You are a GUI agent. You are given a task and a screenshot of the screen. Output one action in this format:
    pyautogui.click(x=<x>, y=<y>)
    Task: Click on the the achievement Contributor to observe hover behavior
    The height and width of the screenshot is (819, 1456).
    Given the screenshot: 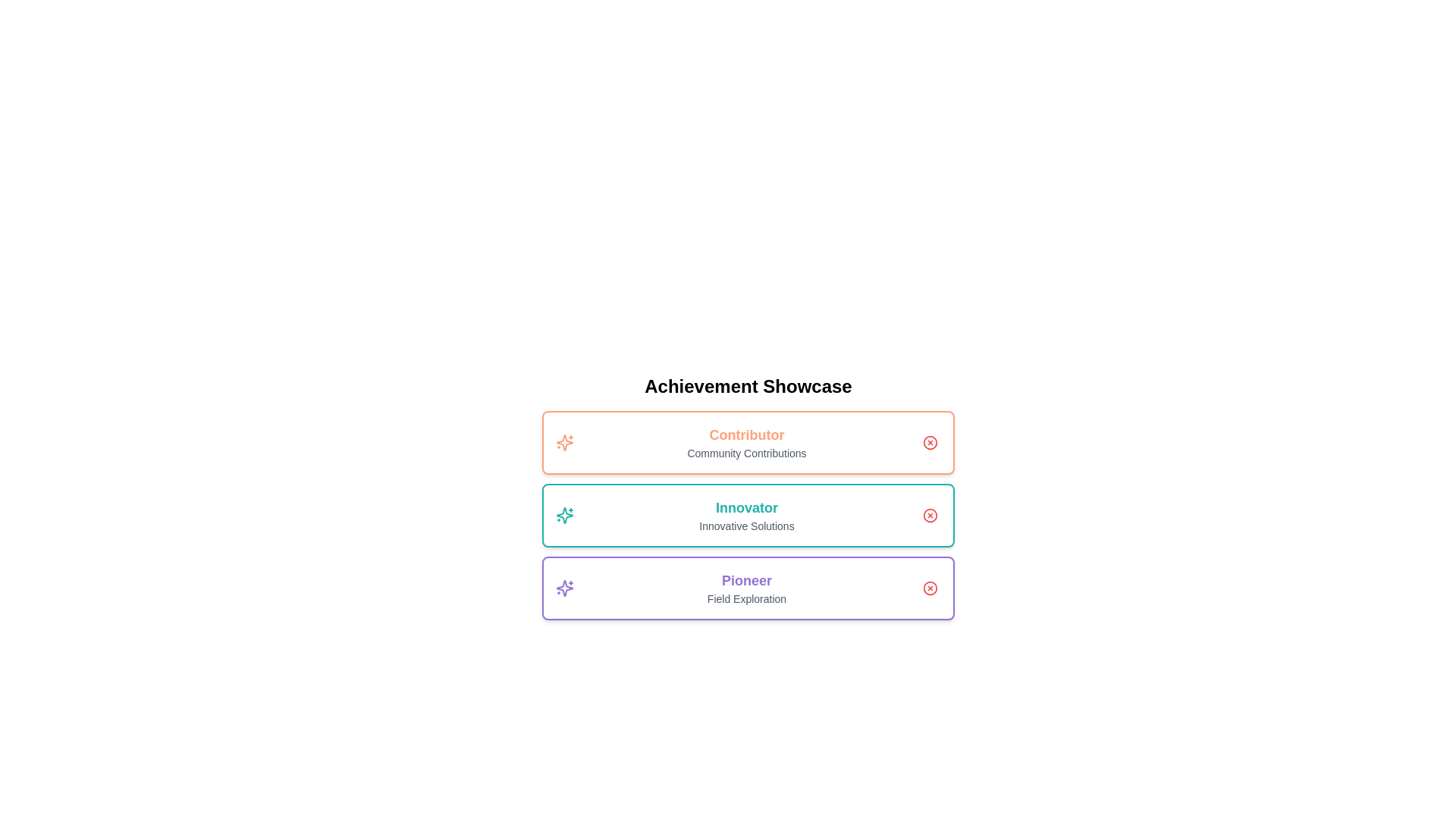 What is the action you would take?
    pyautogui.click(x=748, y=442)
    